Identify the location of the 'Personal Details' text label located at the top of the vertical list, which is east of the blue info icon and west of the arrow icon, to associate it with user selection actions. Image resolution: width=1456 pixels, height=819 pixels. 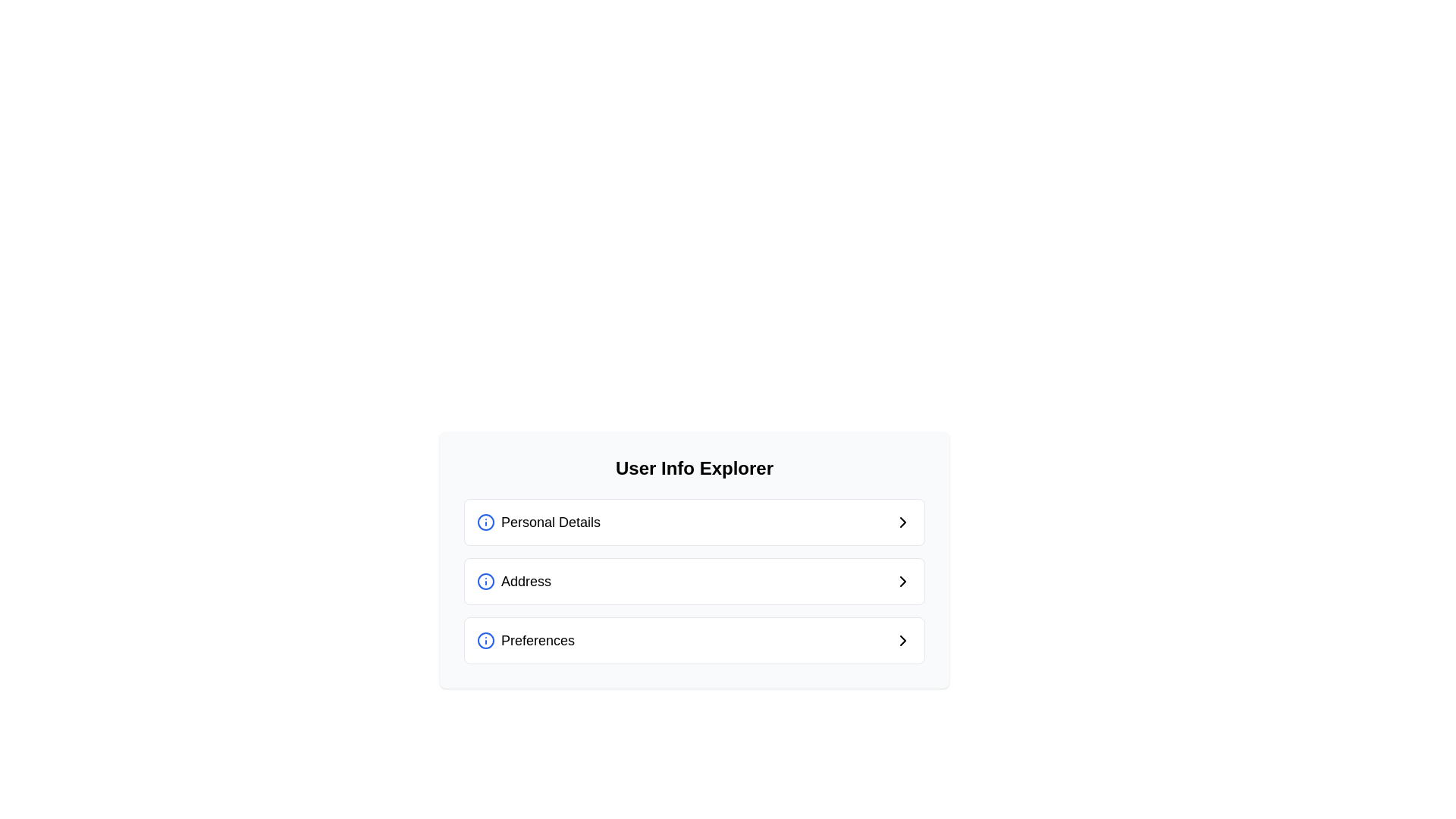
(550, 522).